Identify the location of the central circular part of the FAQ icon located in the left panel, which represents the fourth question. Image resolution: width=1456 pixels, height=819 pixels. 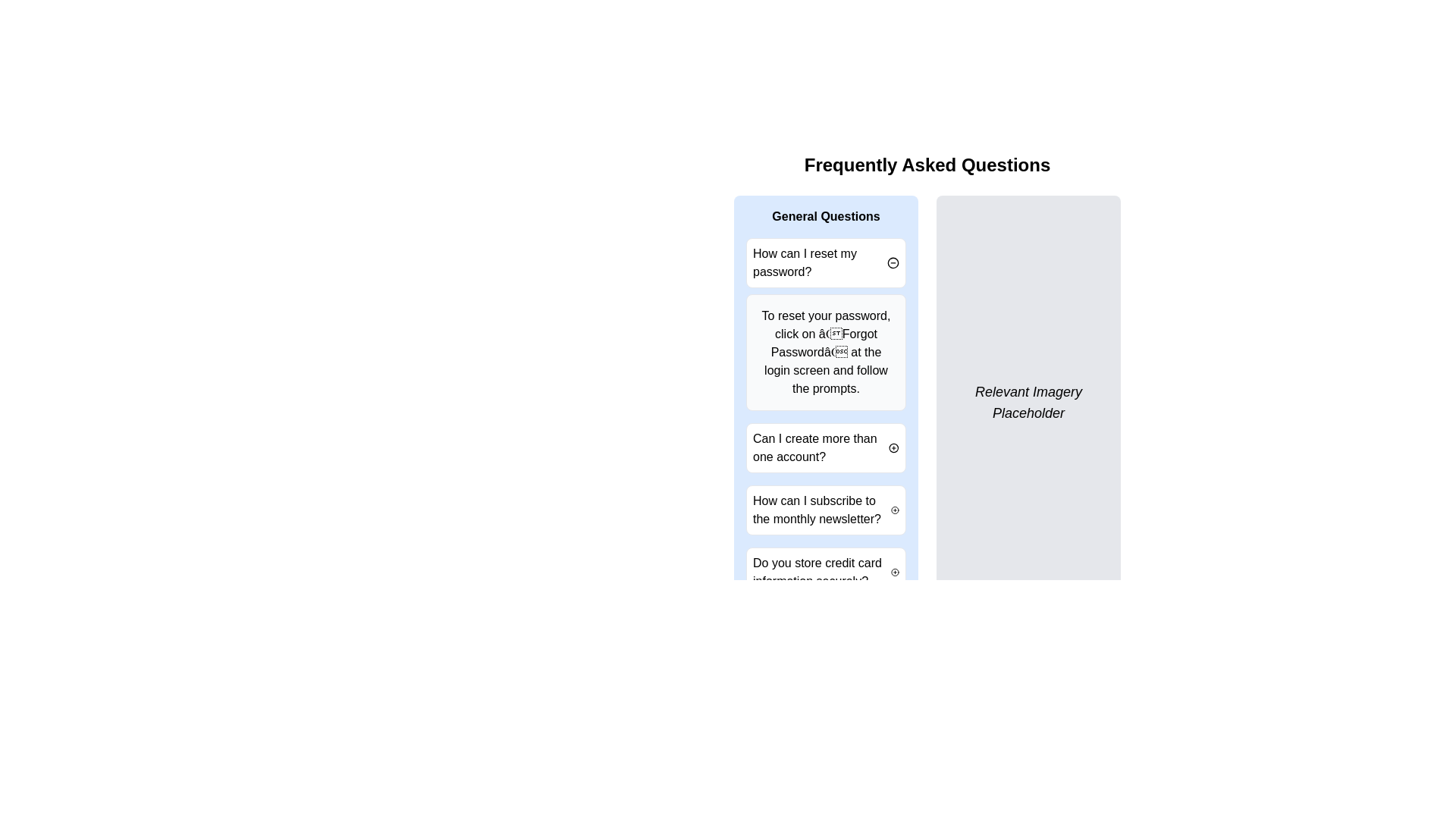
(895, 510).